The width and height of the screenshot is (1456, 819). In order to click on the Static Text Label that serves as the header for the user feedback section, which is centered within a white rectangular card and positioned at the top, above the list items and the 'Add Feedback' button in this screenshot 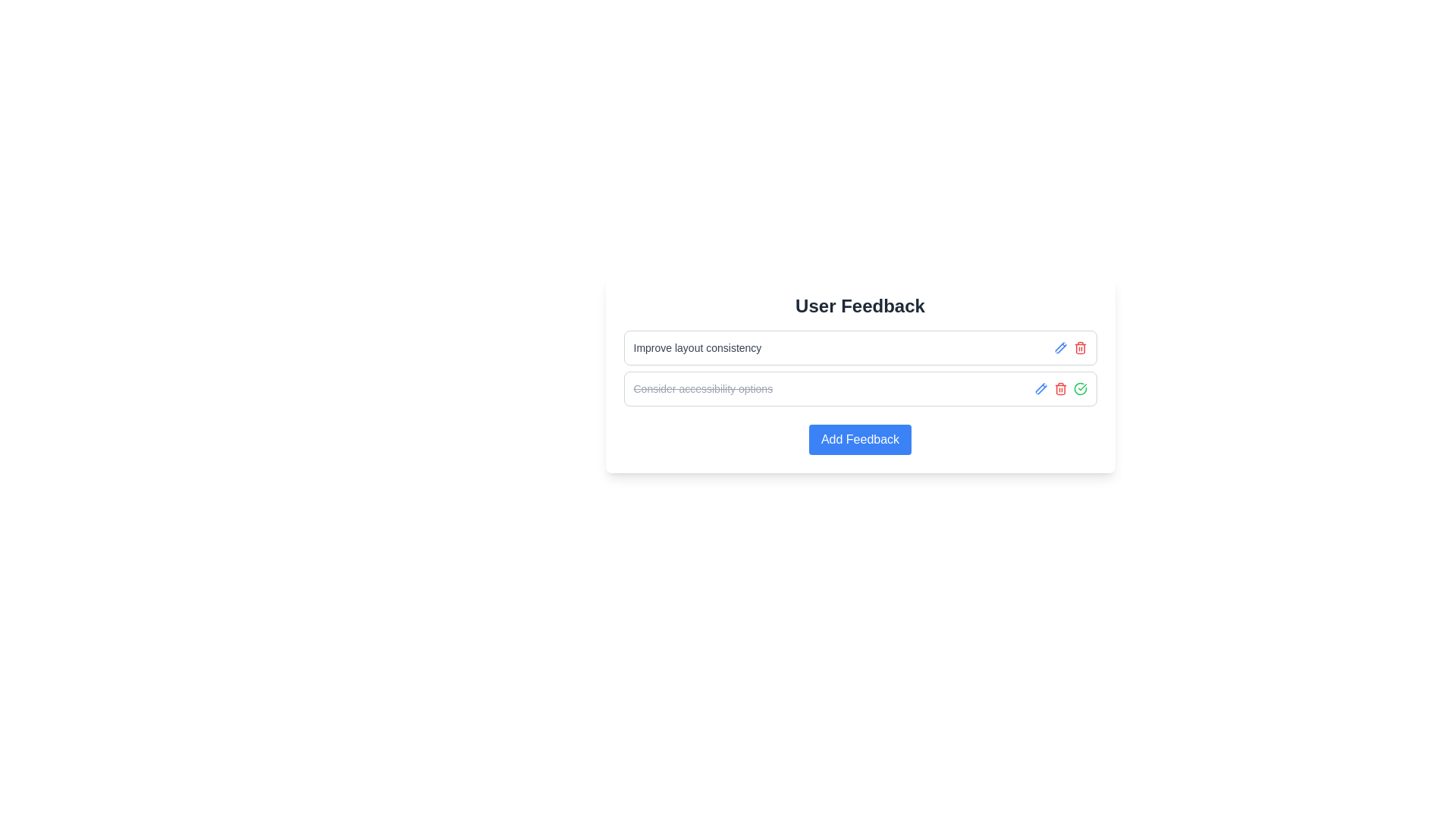, I will do `click(860, 306)`.